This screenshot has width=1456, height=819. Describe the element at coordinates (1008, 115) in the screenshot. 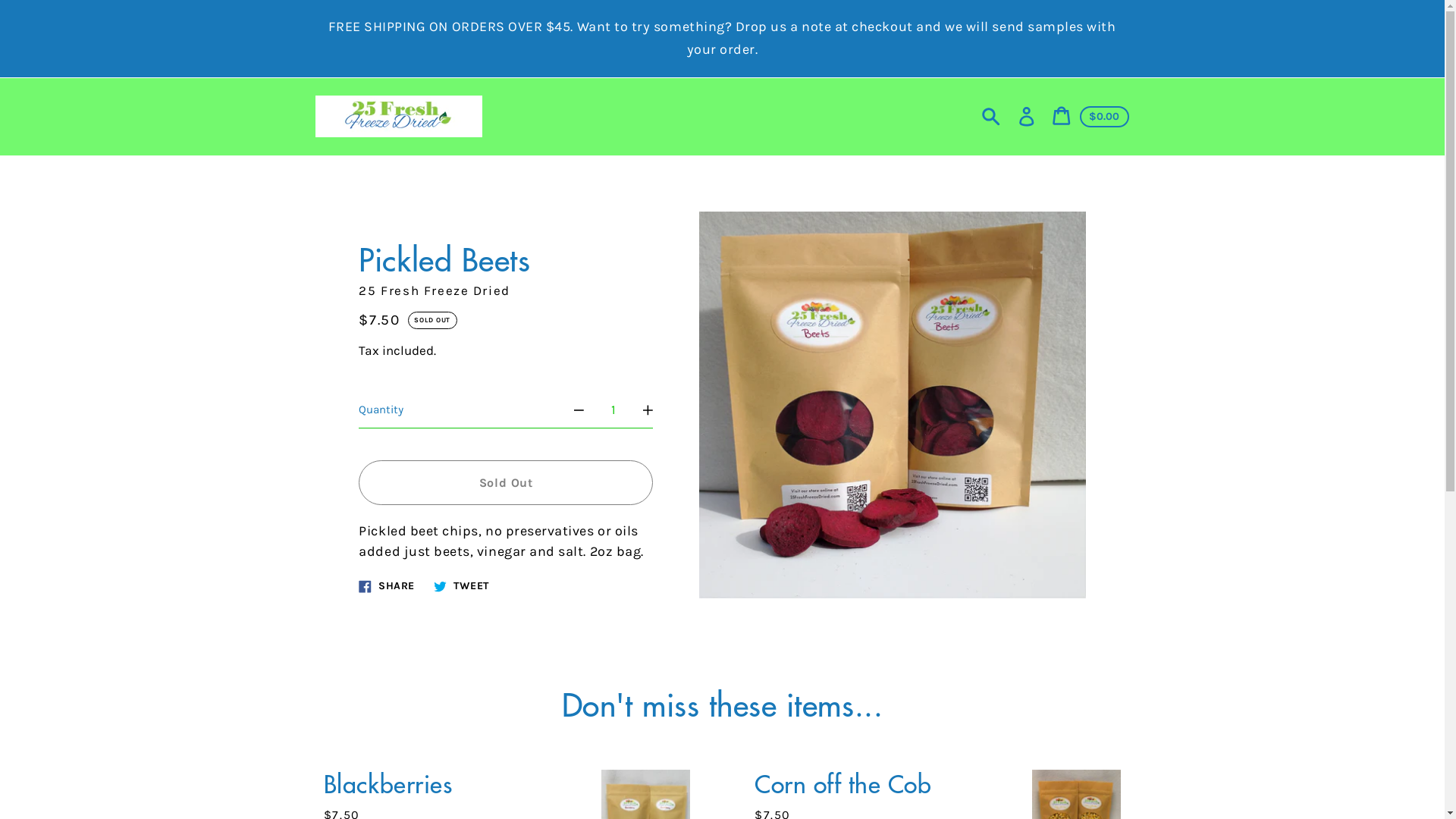

I see `'Log in'` at that location.